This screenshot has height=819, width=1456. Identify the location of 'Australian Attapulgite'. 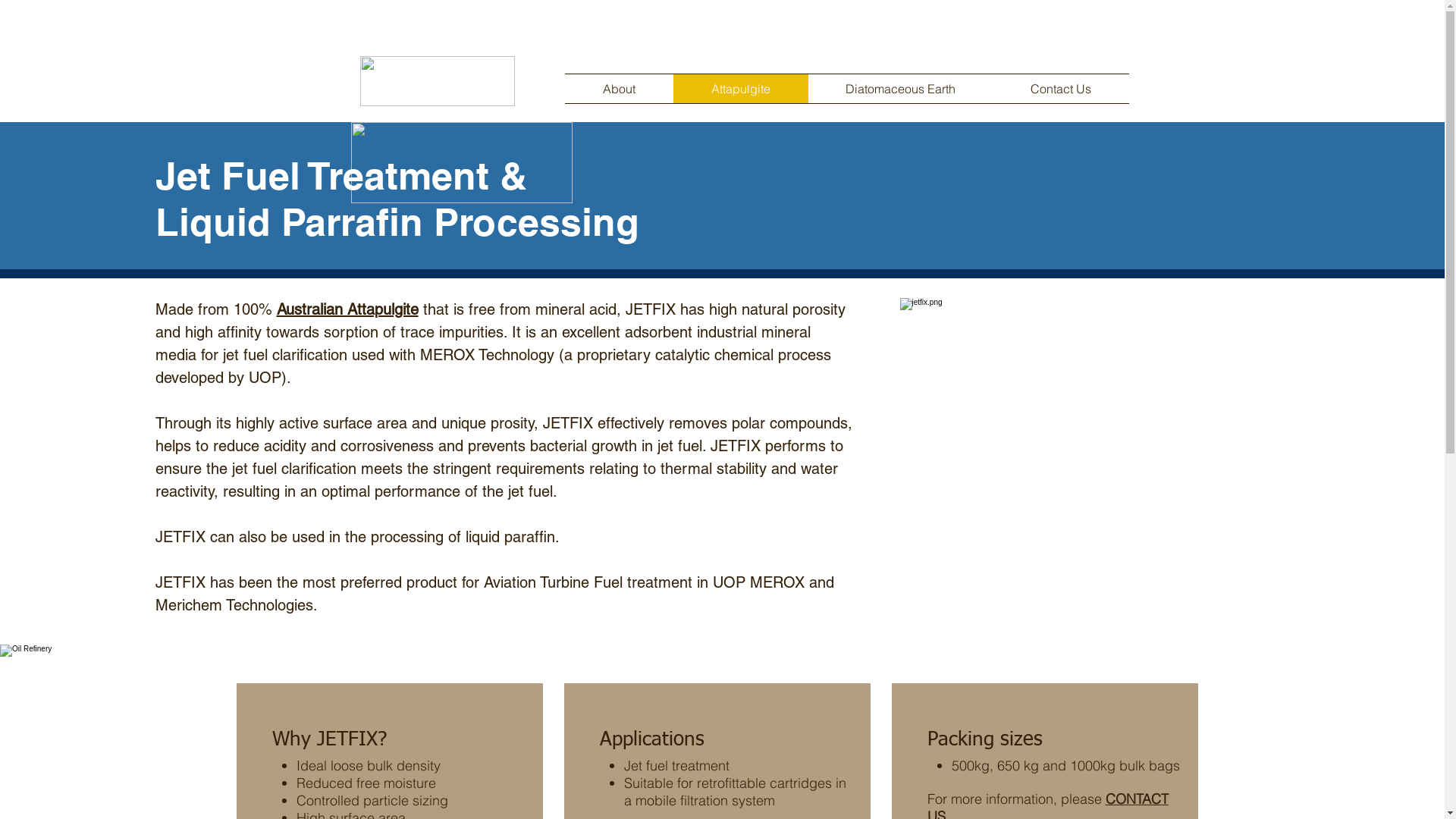
(346, 309).